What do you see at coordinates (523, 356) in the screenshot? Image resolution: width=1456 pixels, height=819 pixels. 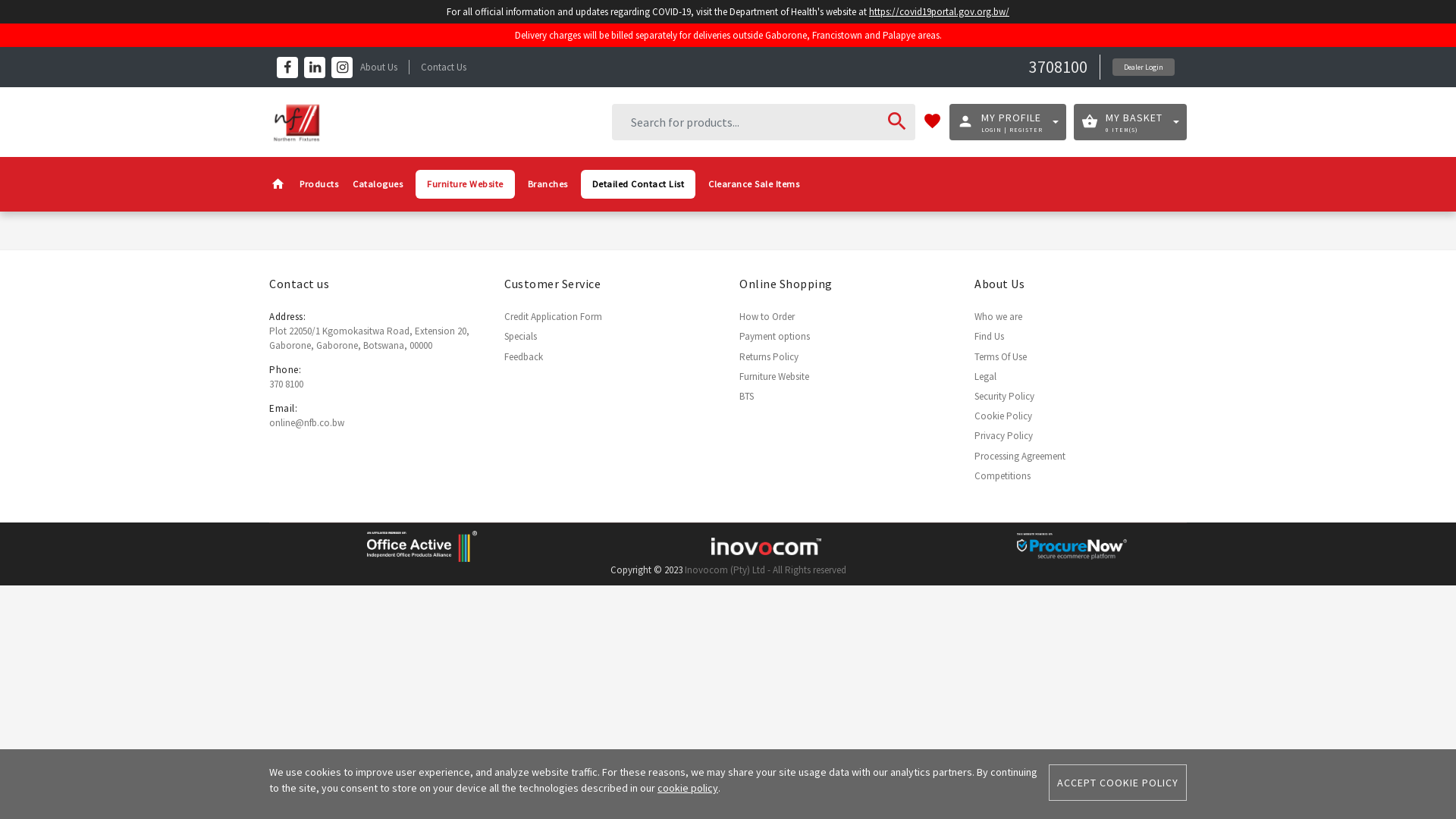 I see `'Feedback'` at bounding box center [523, 356].